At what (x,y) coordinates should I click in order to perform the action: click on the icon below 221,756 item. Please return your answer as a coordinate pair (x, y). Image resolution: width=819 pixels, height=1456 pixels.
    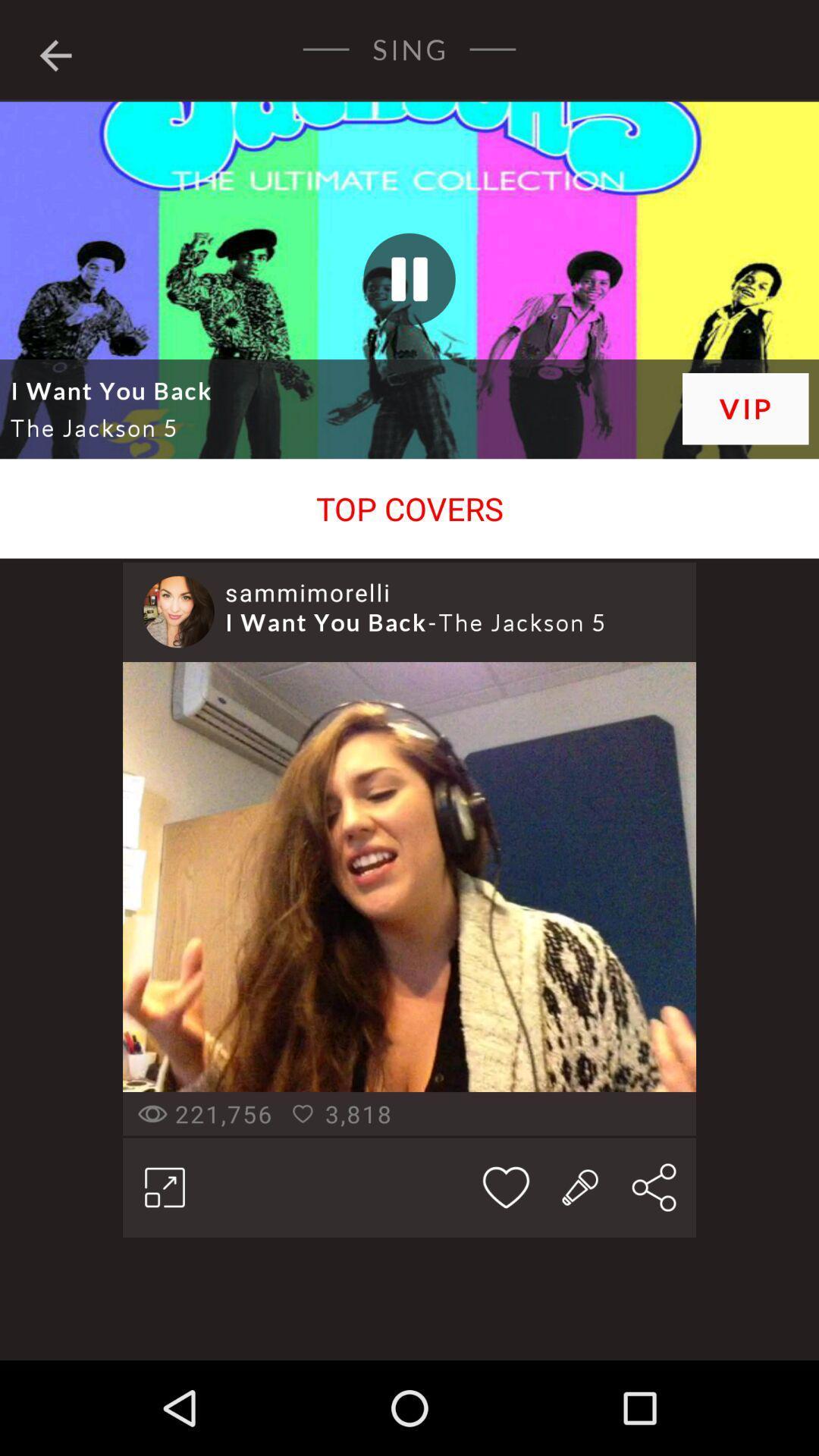
    Looking at the image, I should click on (165, 1186).